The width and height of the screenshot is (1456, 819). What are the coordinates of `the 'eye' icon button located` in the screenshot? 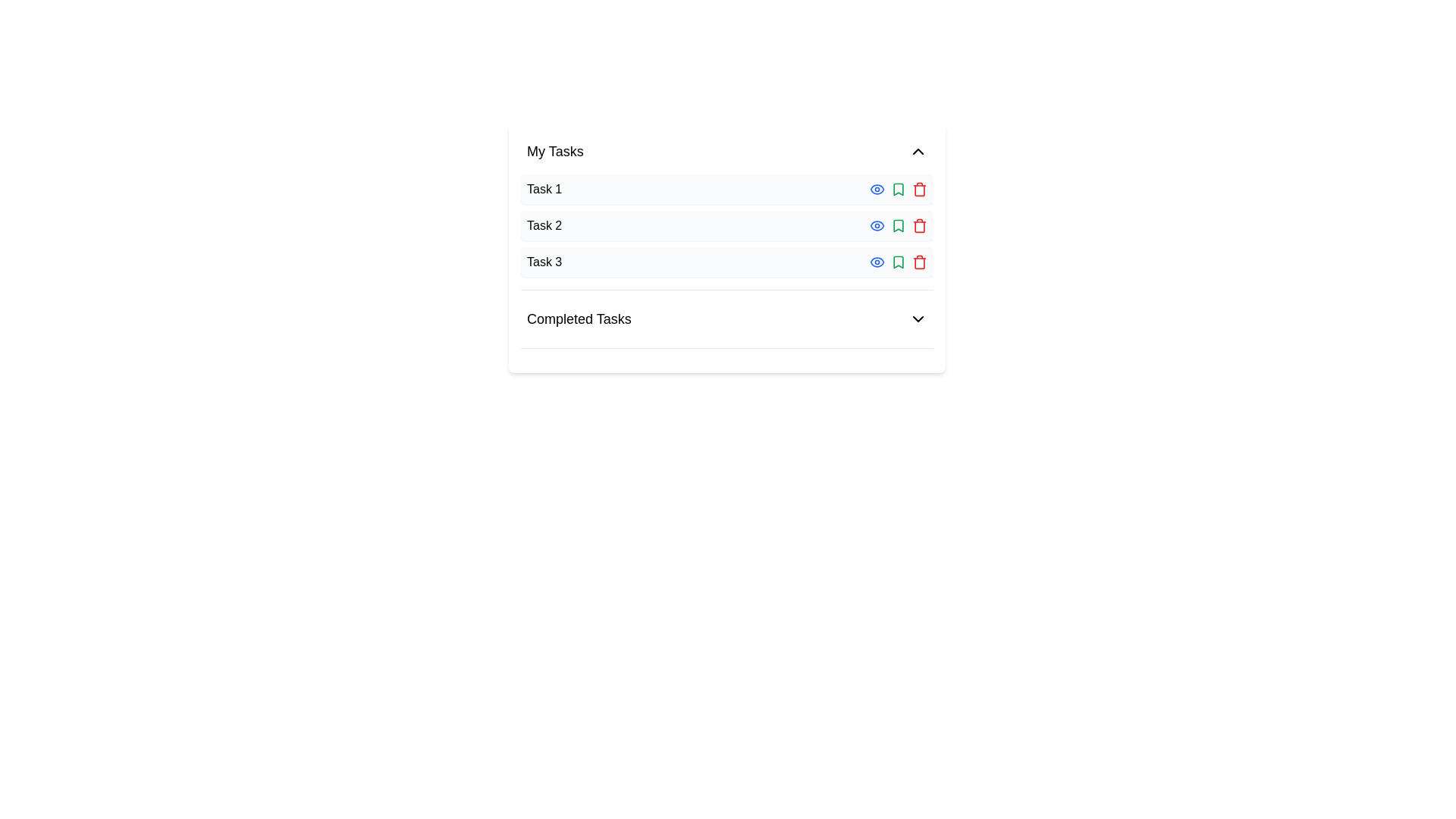 It's located at (877, 225).